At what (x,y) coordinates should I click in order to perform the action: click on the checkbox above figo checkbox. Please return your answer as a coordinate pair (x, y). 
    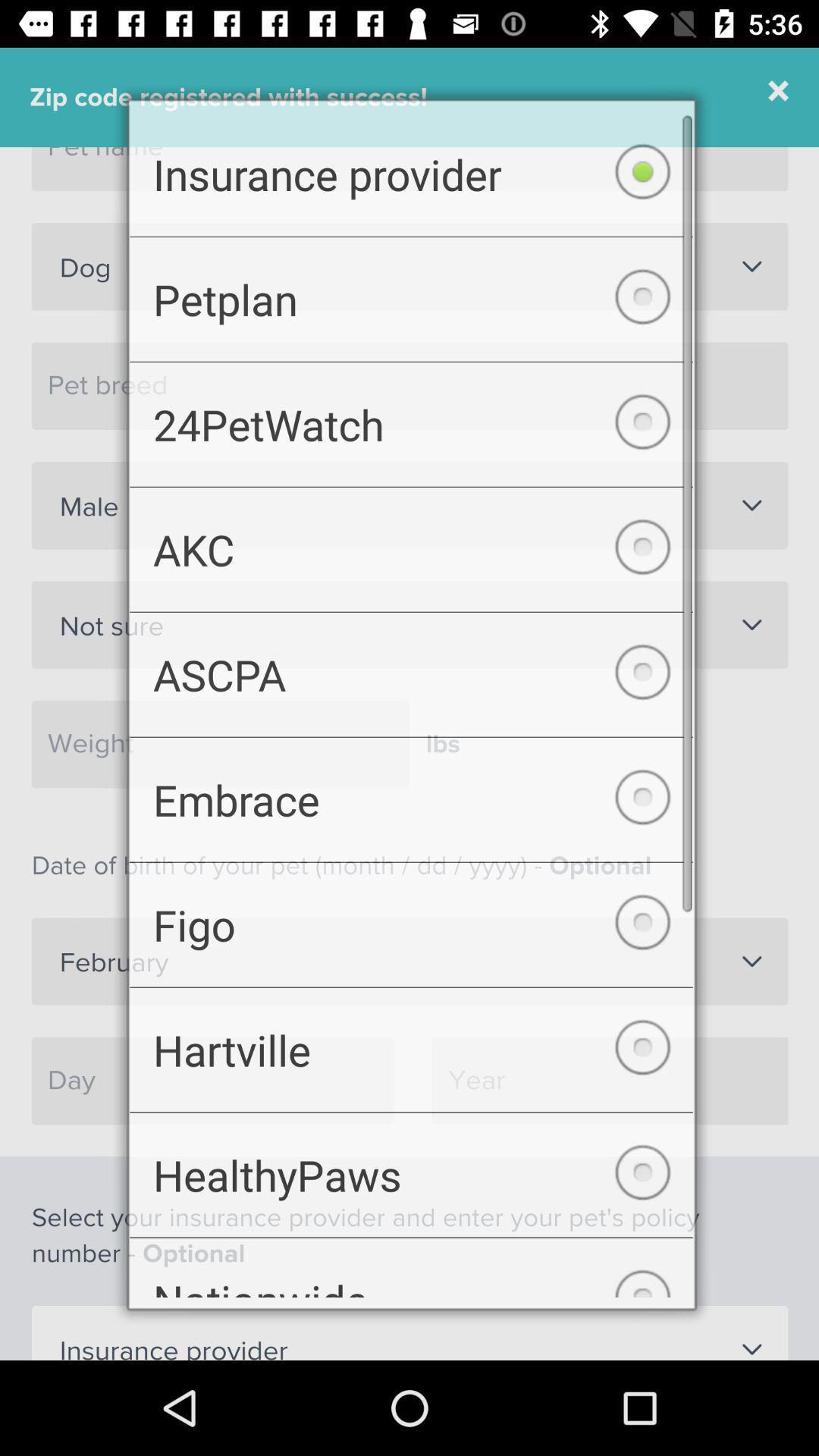
    Looking at the image, I should click on (411, 802).